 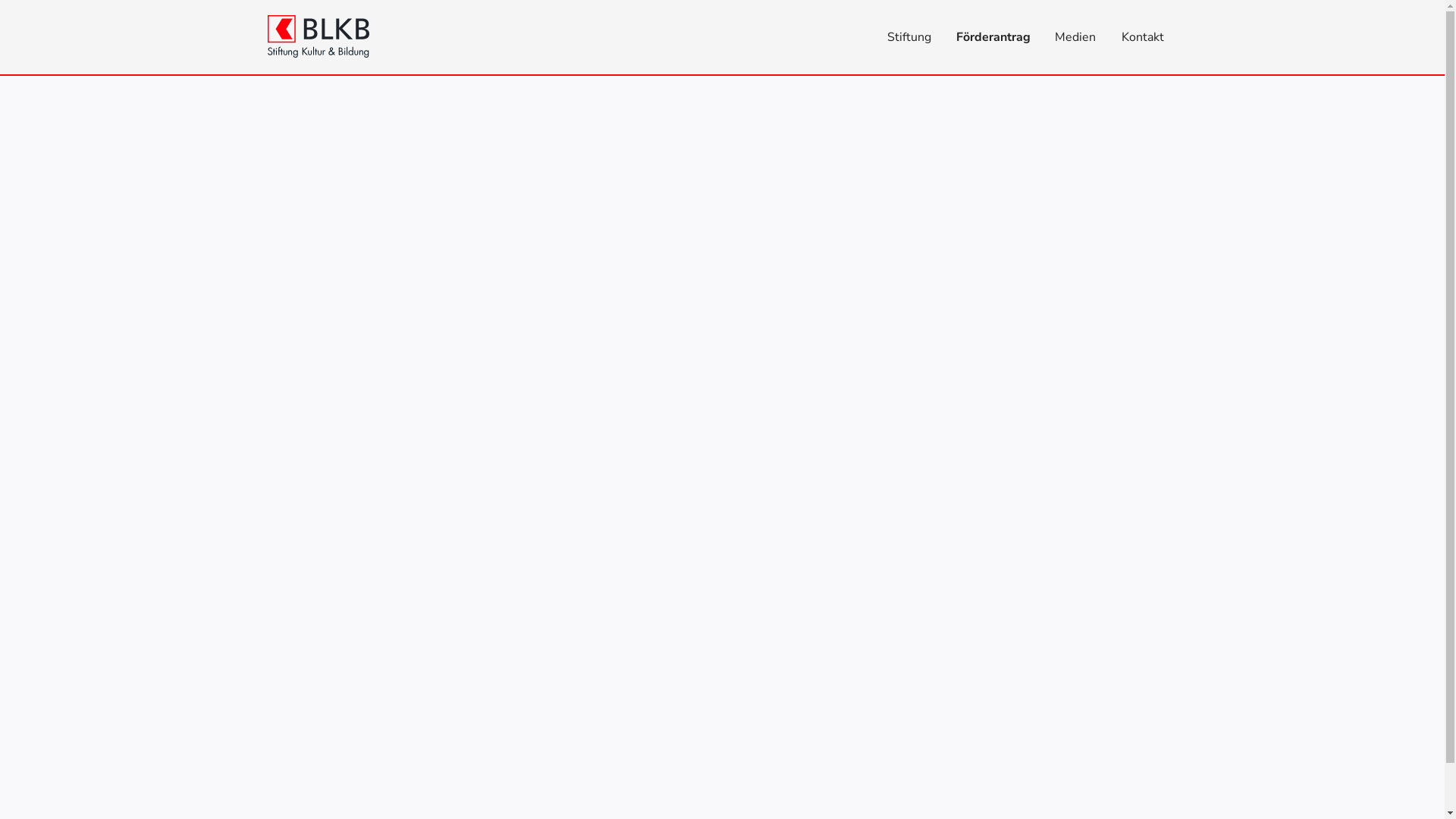 What do you see at coordinates (1143, 35) in the screenshot?
I see `'Kontakt'` at bounding box center [1143, 35].